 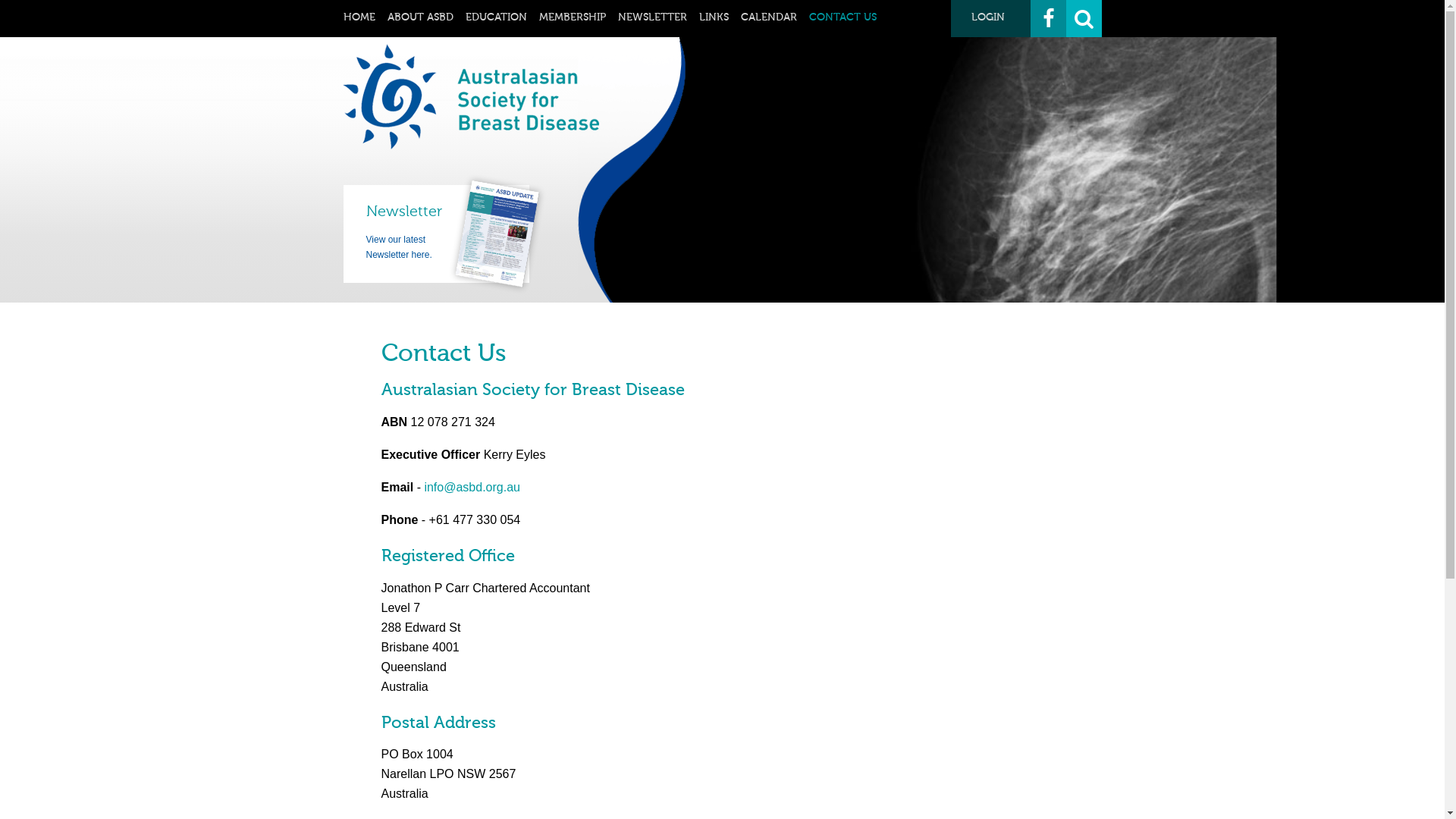 What do you see at coordinates (496, 17) in the screenshot?
I see `'EDUCATION'` at bounding box center [496, 17].